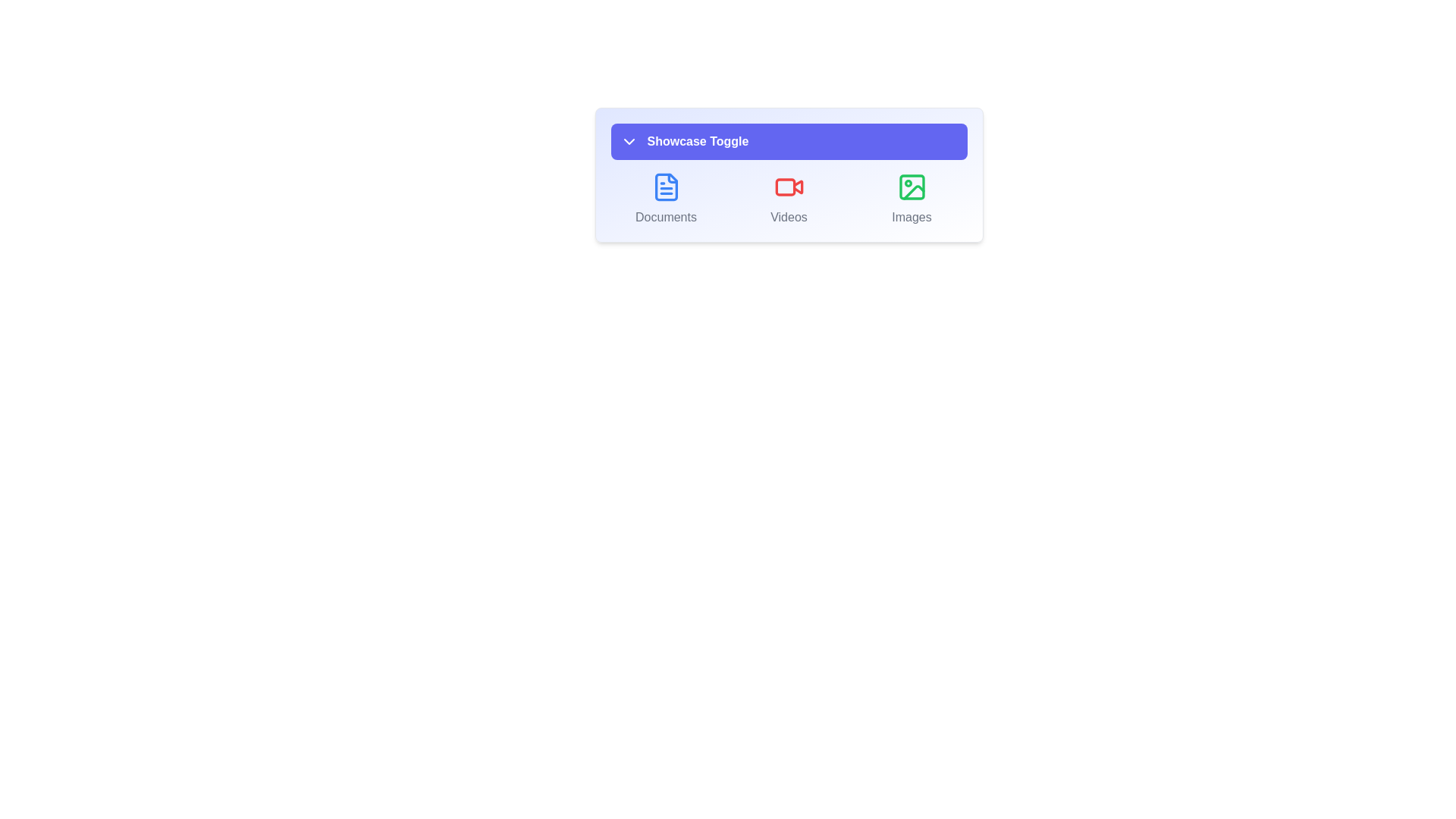 This screenshot has width=1456, height=819. Describe the element at coordinates (911, 186) in the screenshot. I see `the rightmost icon in the 'Images' section, which is located below the 'Showcase Toggle' label and adjacent to the 'Images' text` at that location.